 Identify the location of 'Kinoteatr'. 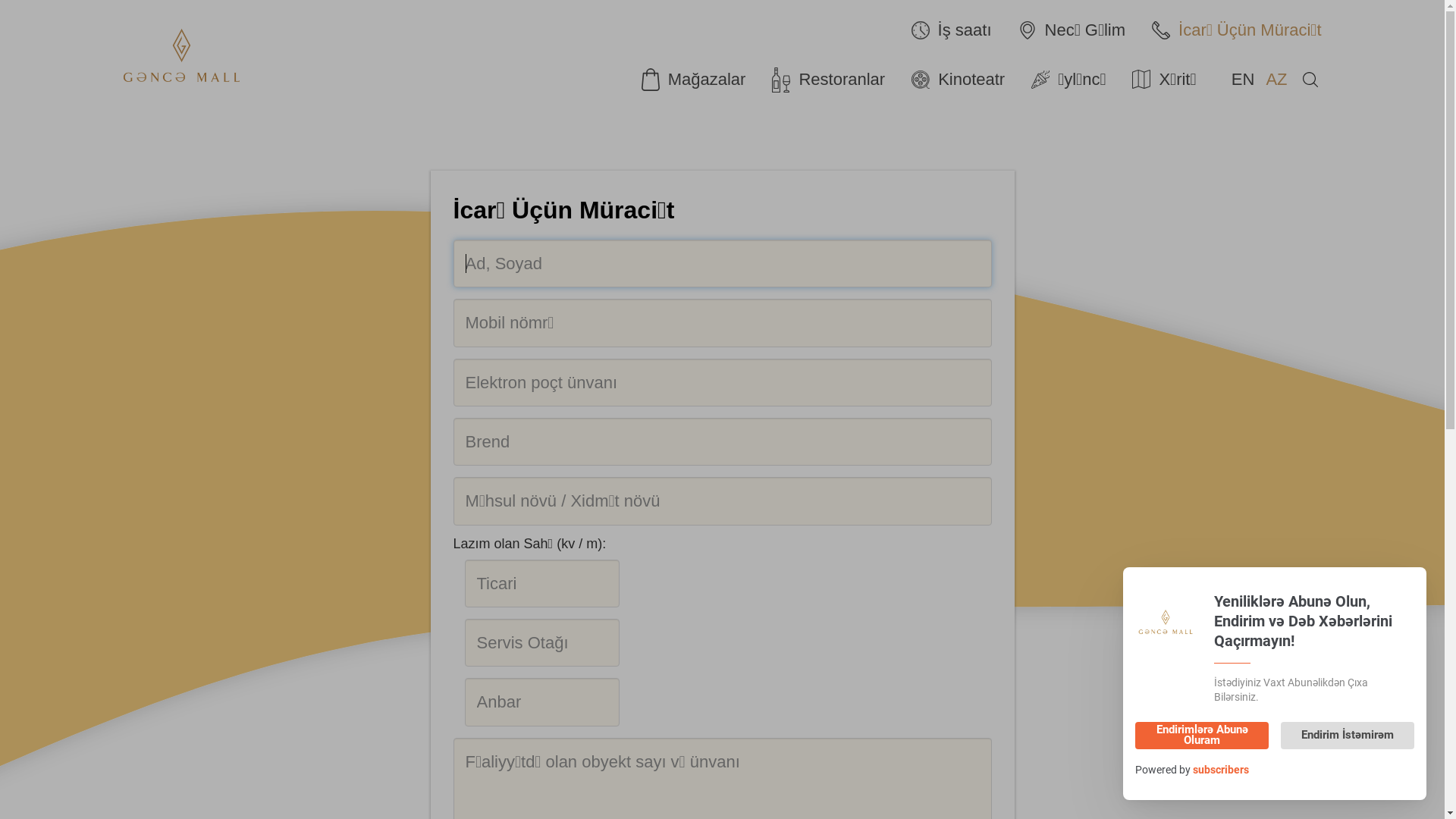
(963, 79).